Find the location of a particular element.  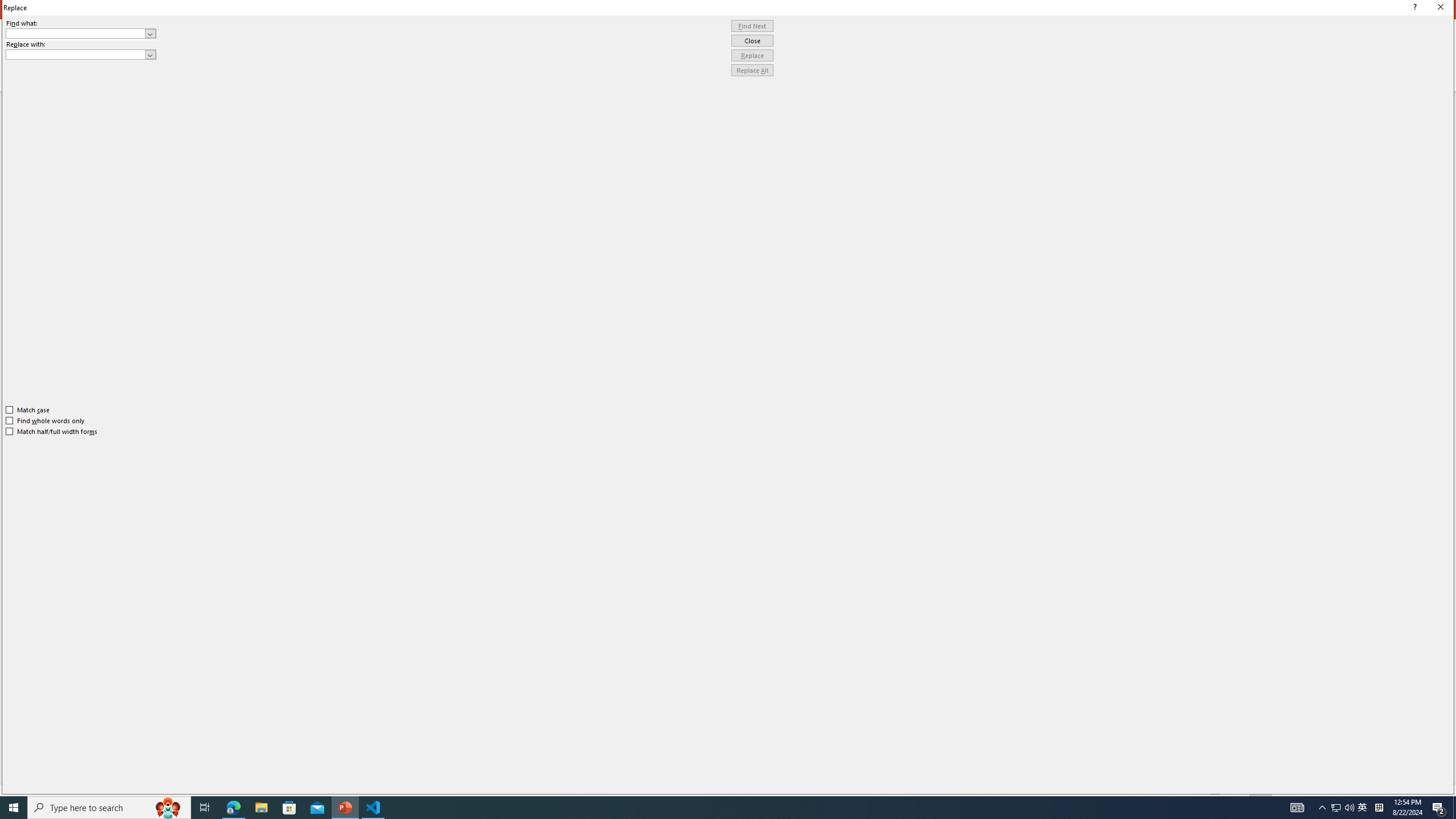

'Replace' is located at coordinates (752, 55).